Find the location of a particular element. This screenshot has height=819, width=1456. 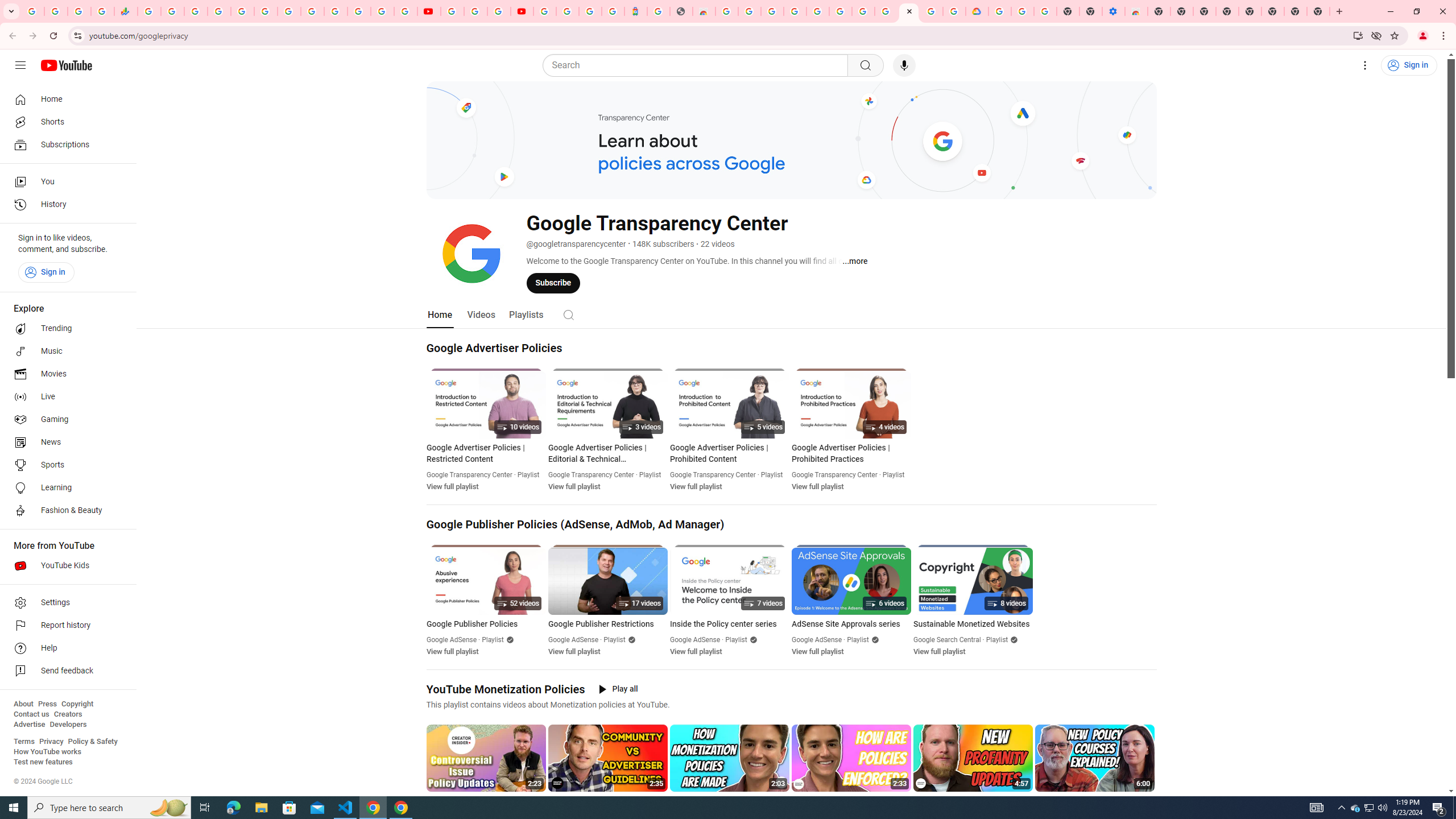

'Install YouTube' is located at coordinates (1358, 35).